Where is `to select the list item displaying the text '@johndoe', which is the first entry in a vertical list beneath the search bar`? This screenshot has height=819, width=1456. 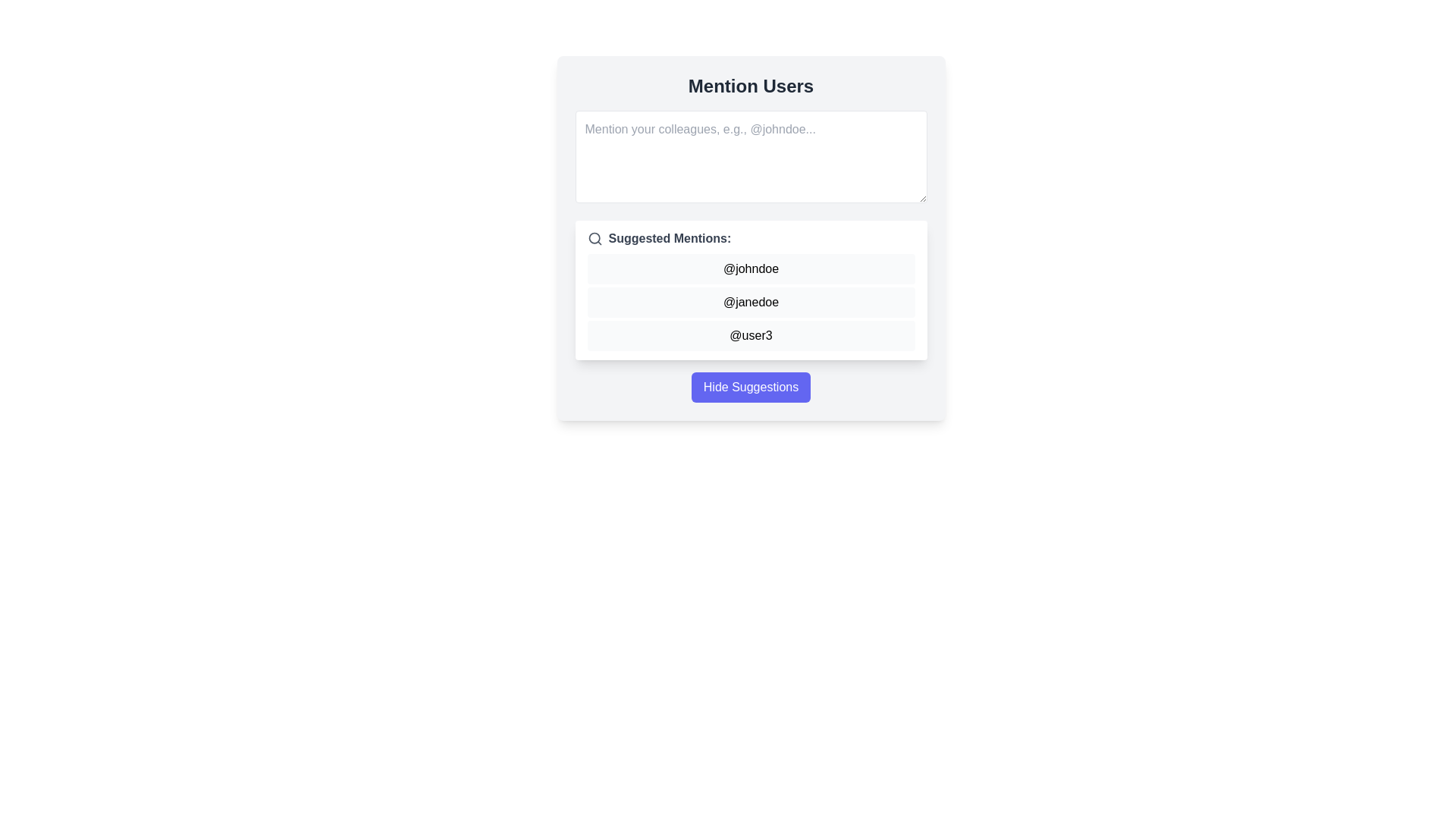
to select the list item displaying the text '@johndoe', which is the first entry in a vertical list beneath the search bar is located at coordinates (751, 268).